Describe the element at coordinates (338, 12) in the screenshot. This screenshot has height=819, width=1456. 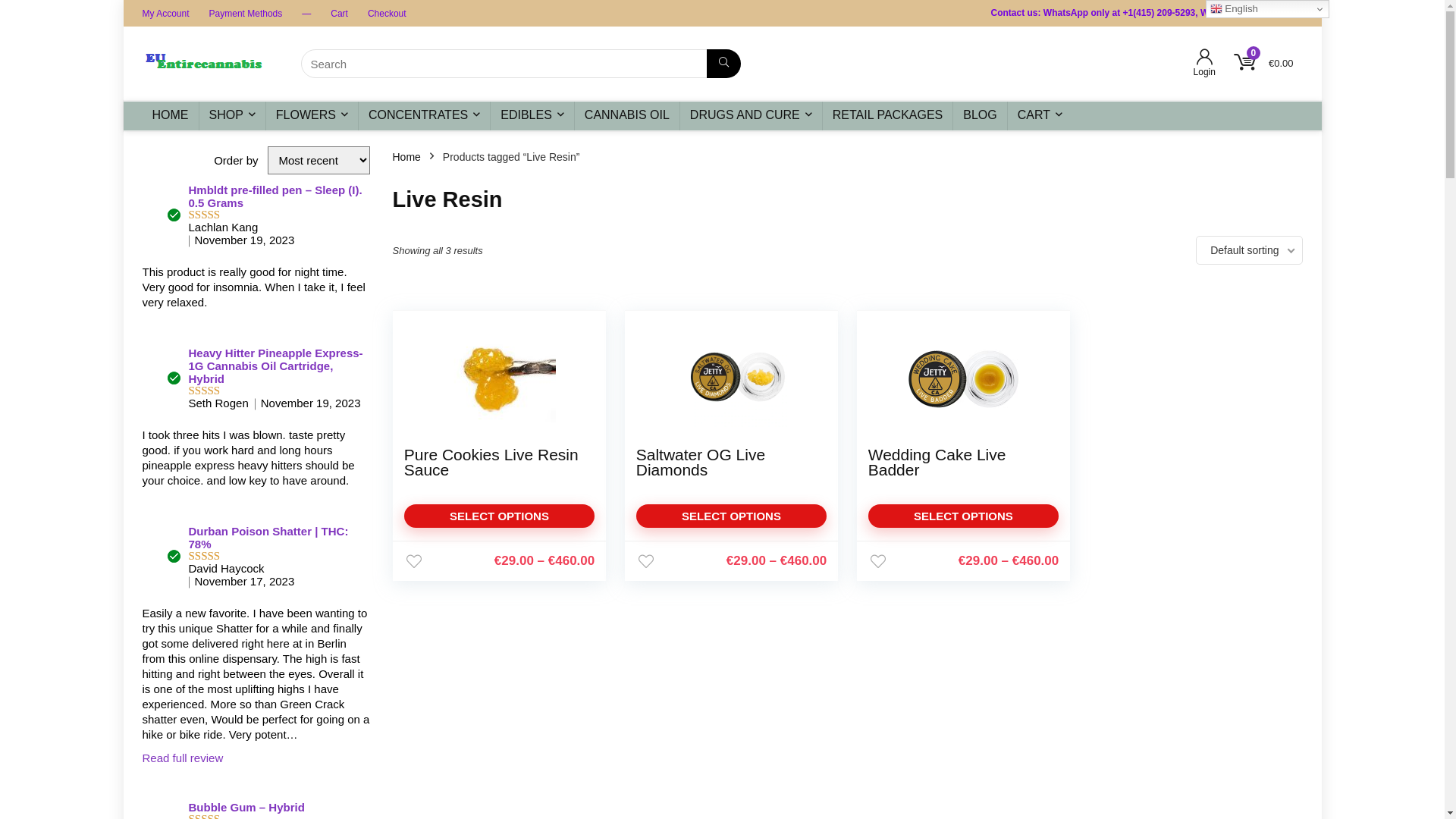
I see `'Cart'` at that location.